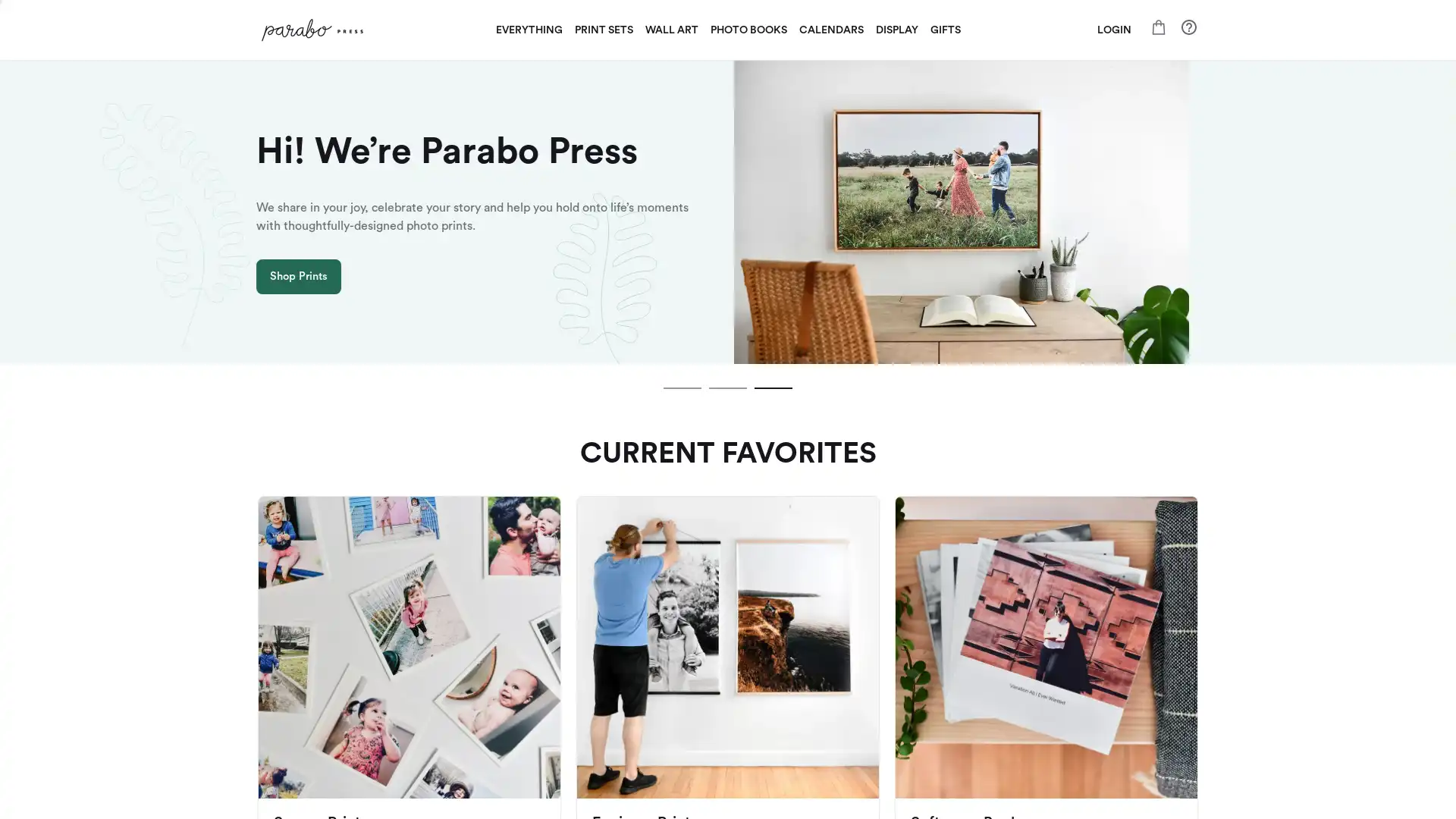  Describe the element at coordinates (773, 388) in the screenshot. I see `slide dot` at that location.